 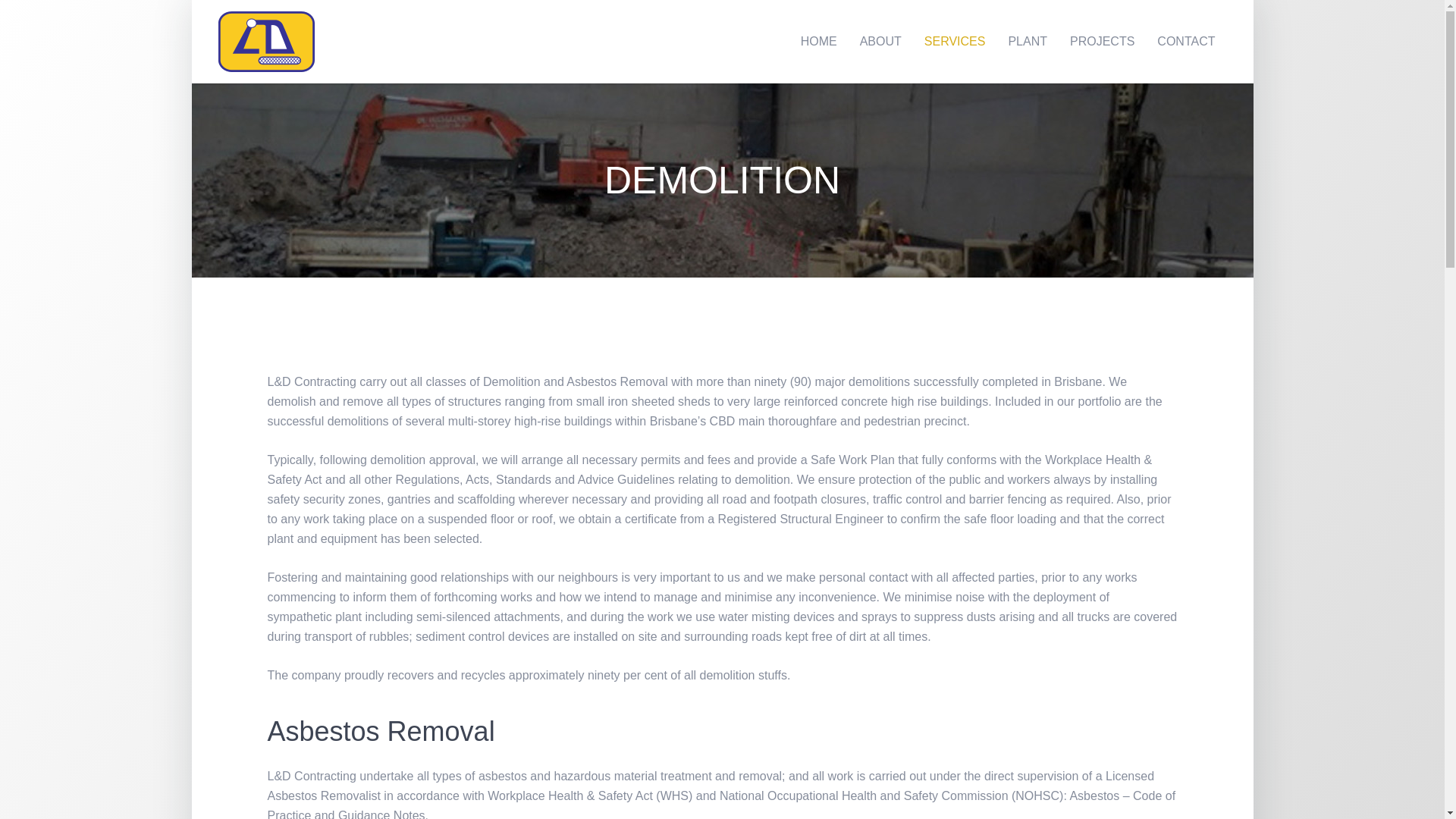 What do you see at coordinates (818, 40) in the screenshot?
I see `'HOME'` at bounding box center [818, 40].